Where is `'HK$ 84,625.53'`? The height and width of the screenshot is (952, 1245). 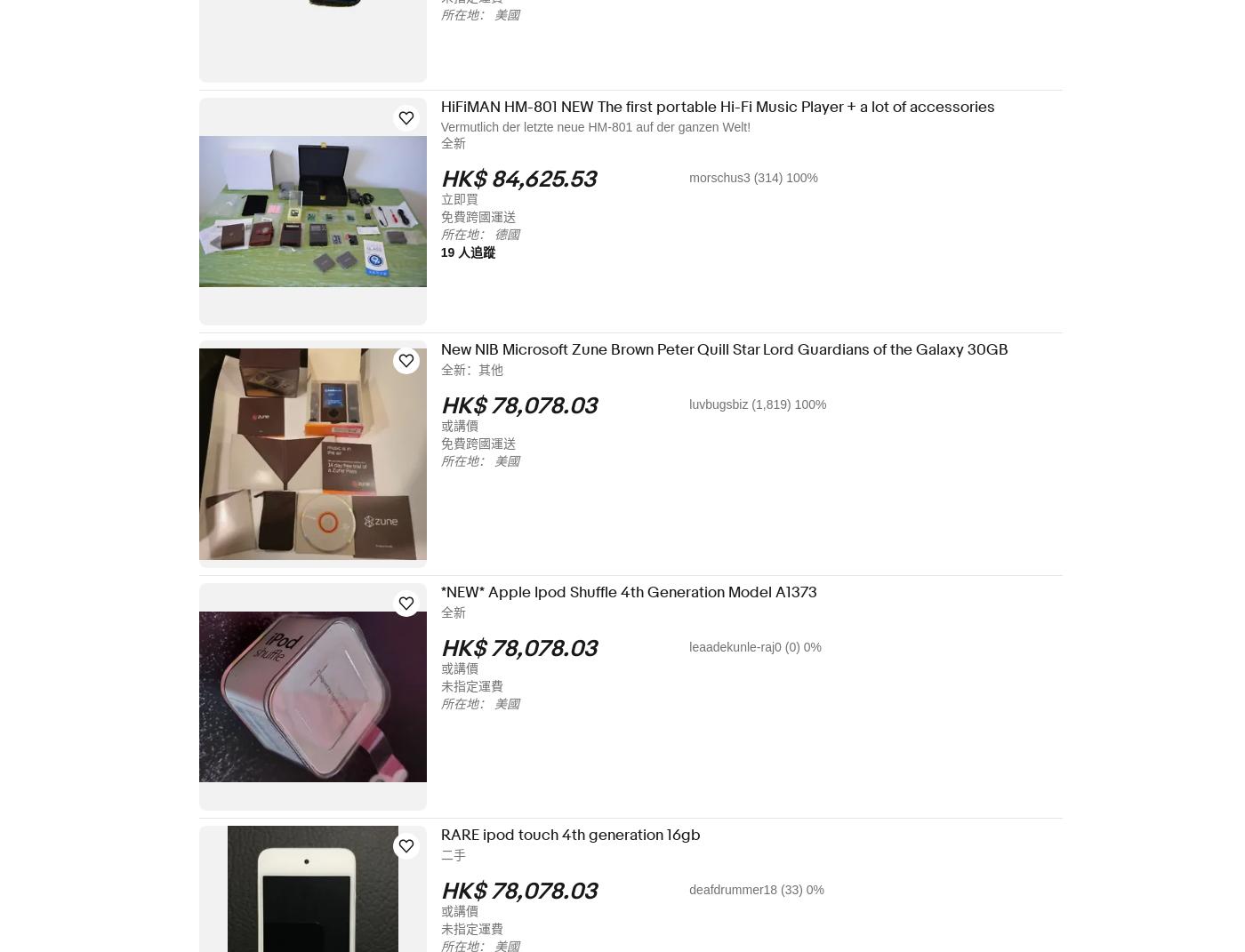 'HK$ 84,625.53' is located at coordinates (529, 179).